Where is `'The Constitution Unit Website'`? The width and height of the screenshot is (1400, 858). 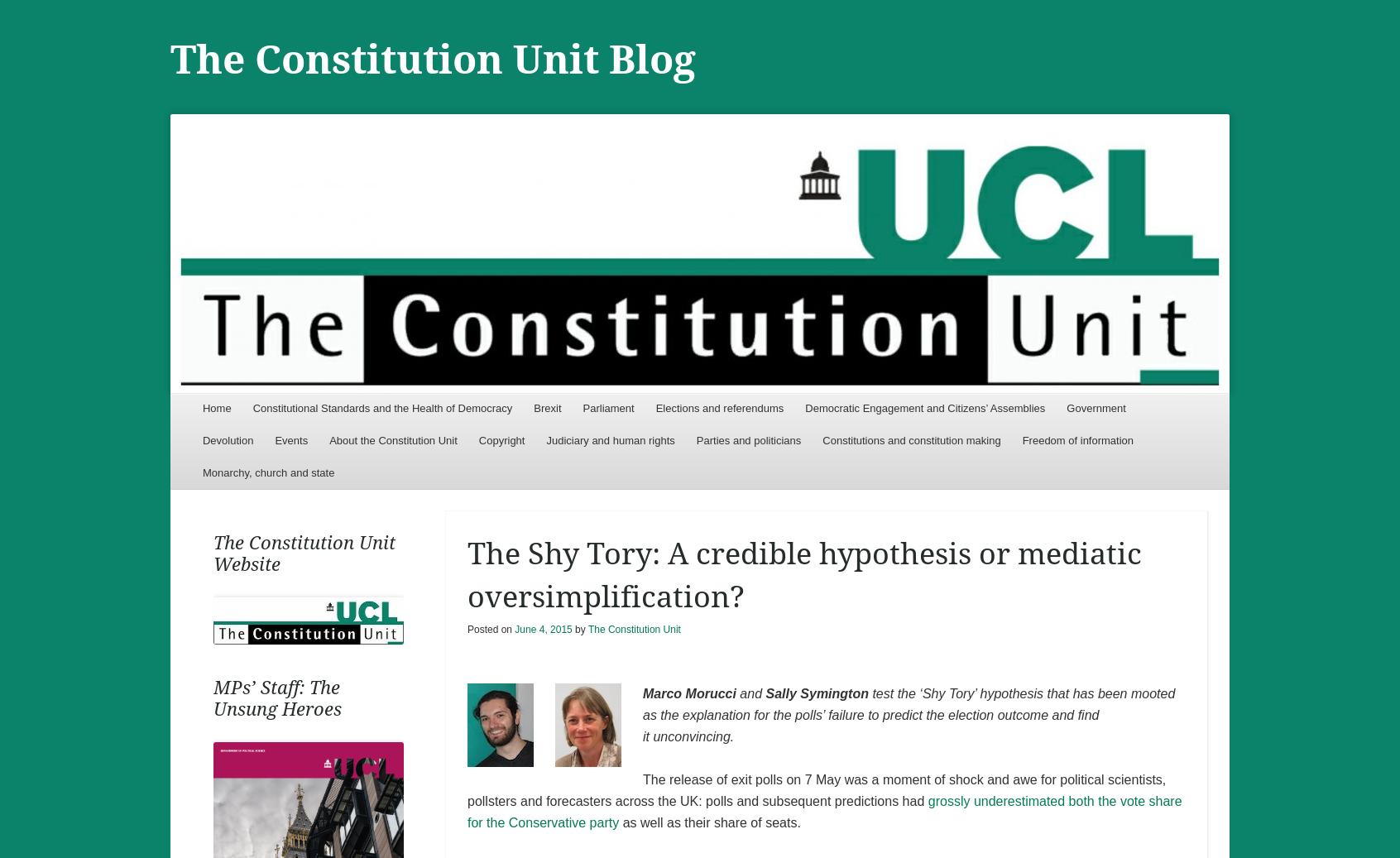
'The Constitution Unit Website' is located at coordinates (303, 553).